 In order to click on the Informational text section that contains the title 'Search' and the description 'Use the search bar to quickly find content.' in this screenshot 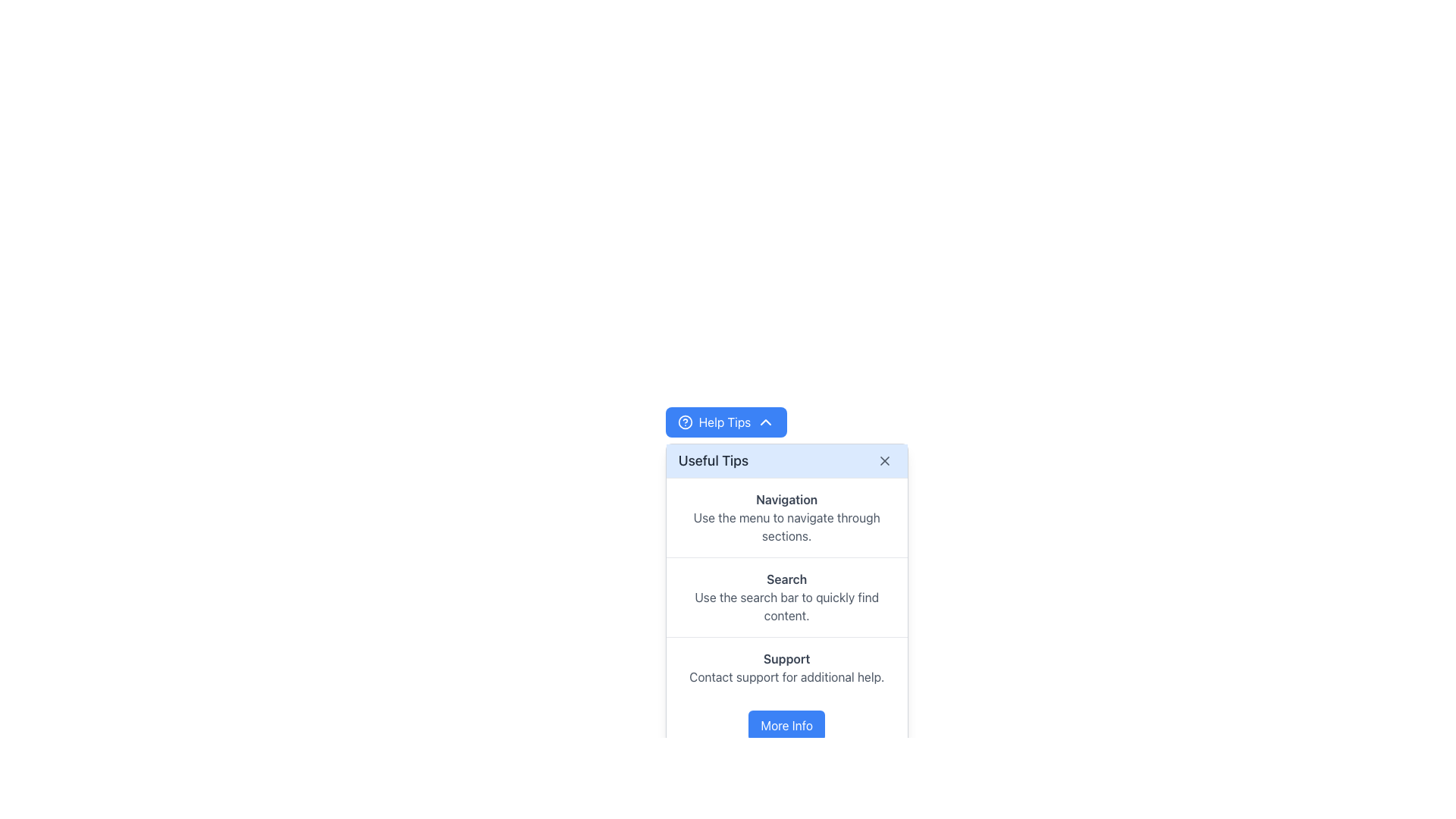, I will do `click(786, 596)`.